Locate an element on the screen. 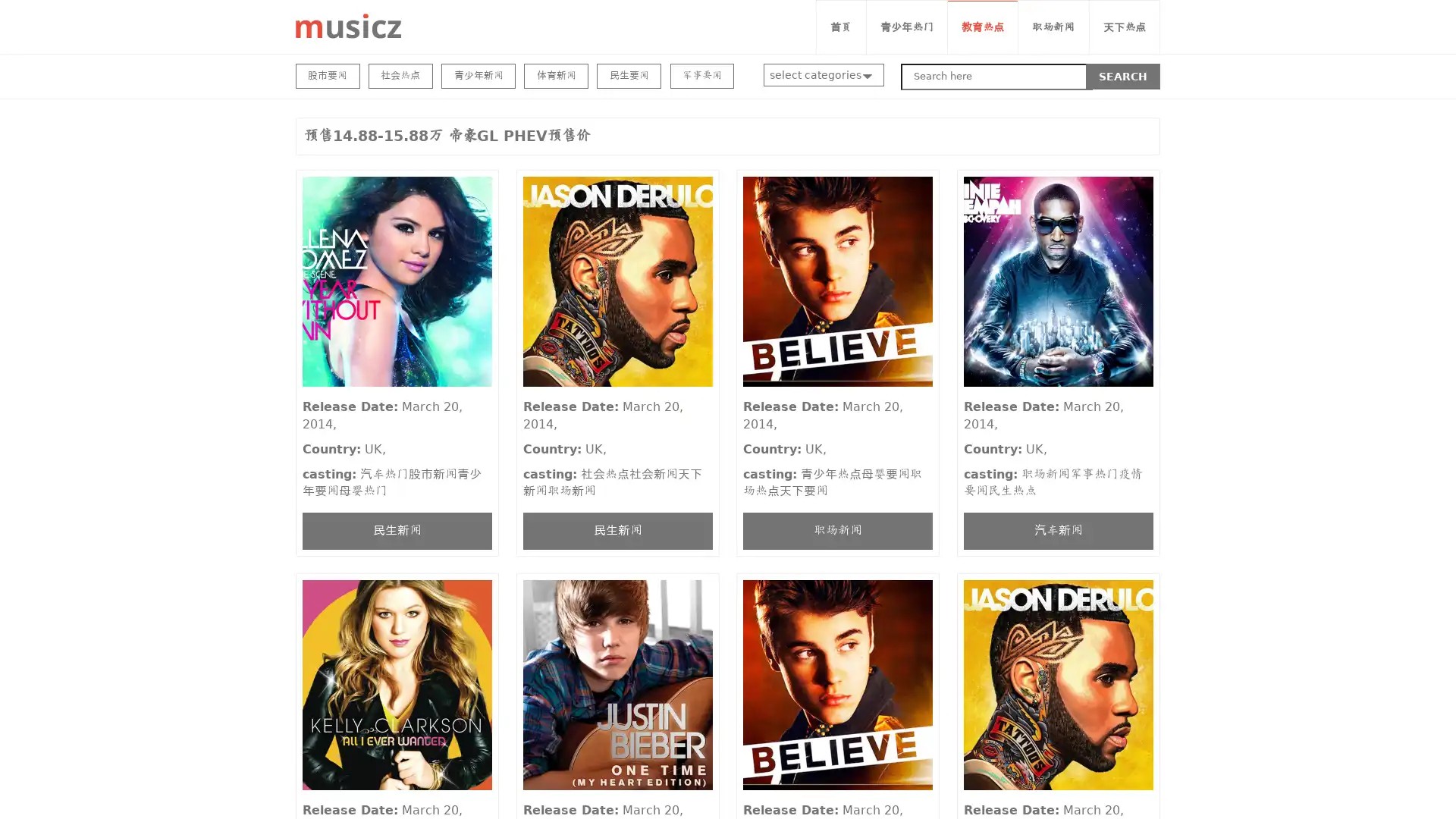 The height and width of the screenshot is (819, 1456). search is located at coordinates (1123, 76).